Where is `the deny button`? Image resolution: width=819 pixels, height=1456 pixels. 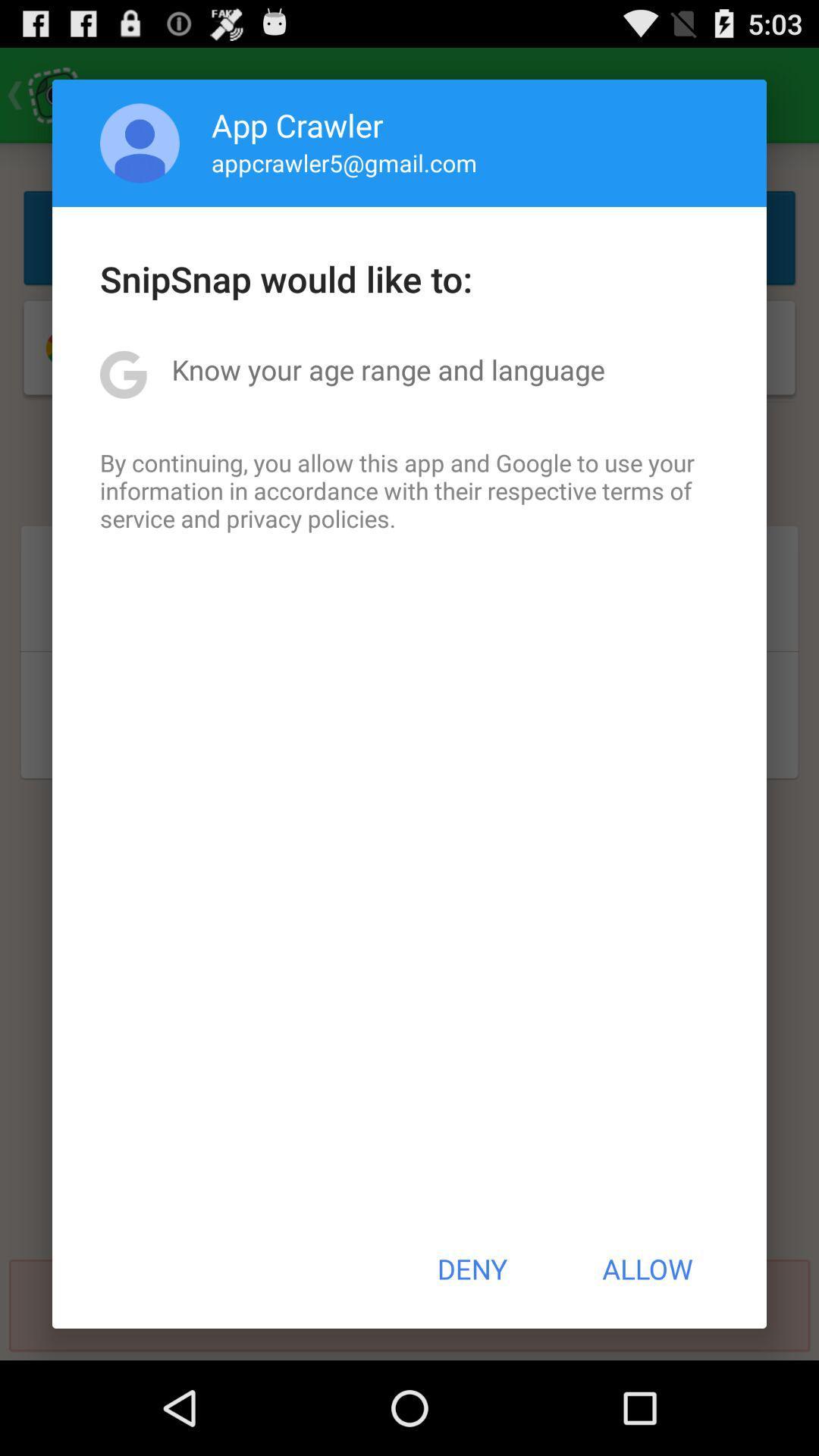 the deny button is located at coordinates (471, 1269).